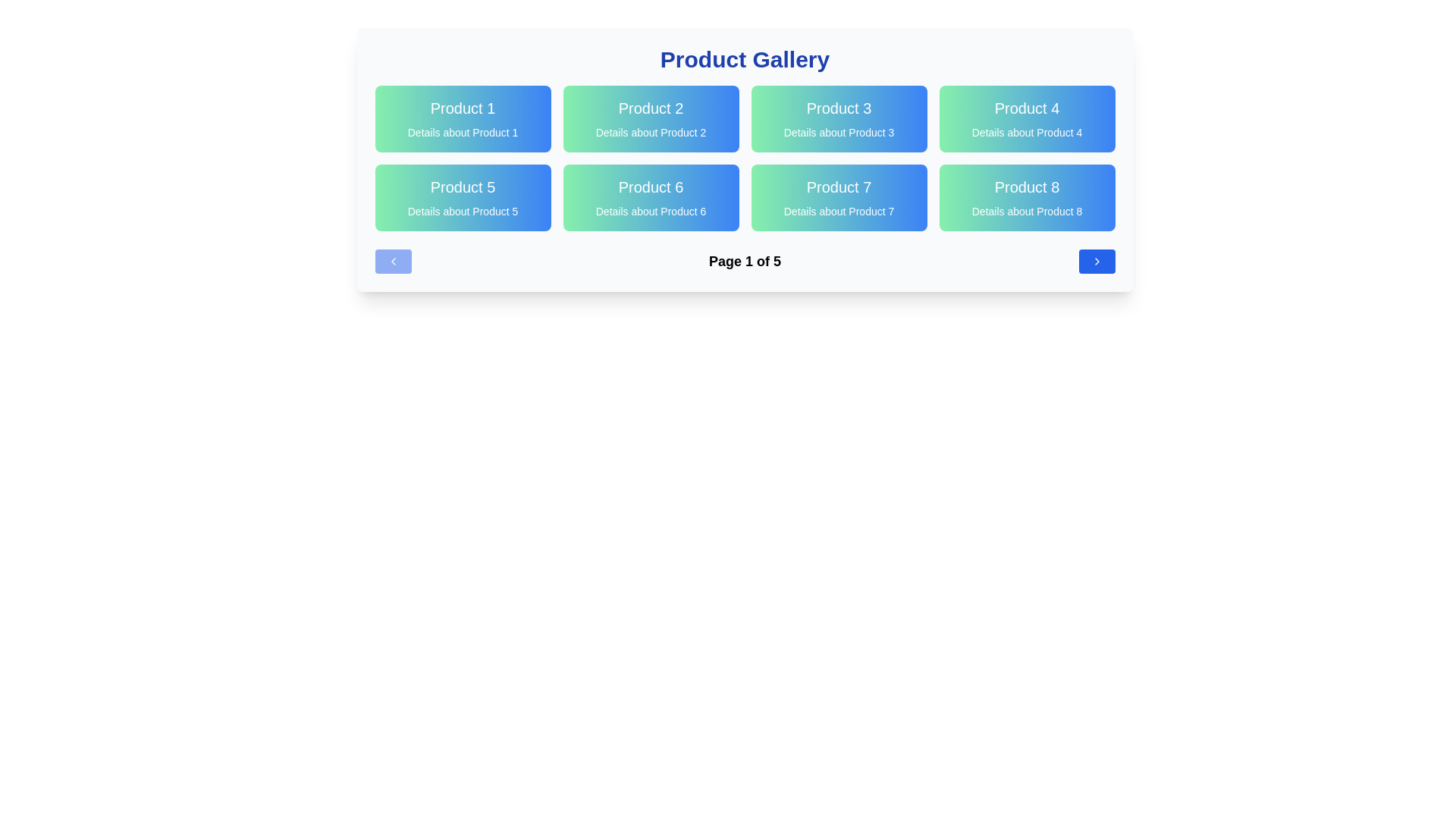  What do you see at coordinates (745, 260) in the screenshot?
I see `the static text element indicating the current page number and total pages, which is centrally located within the navigation bar at the bottom of the content area` at bounding box center [745, 260].